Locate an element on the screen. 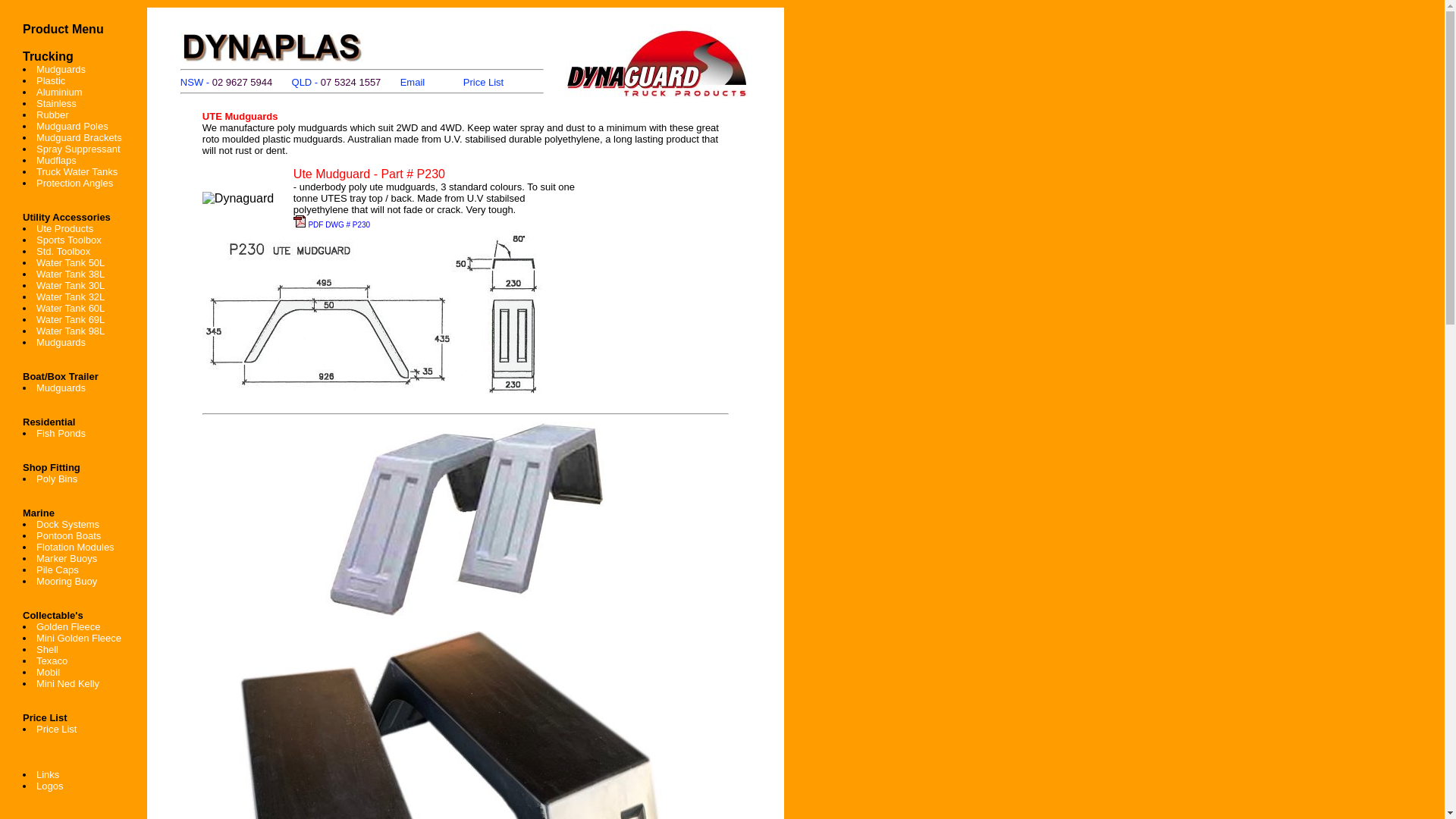  'Std. Toolbox' is located at coordinates (36, 250).